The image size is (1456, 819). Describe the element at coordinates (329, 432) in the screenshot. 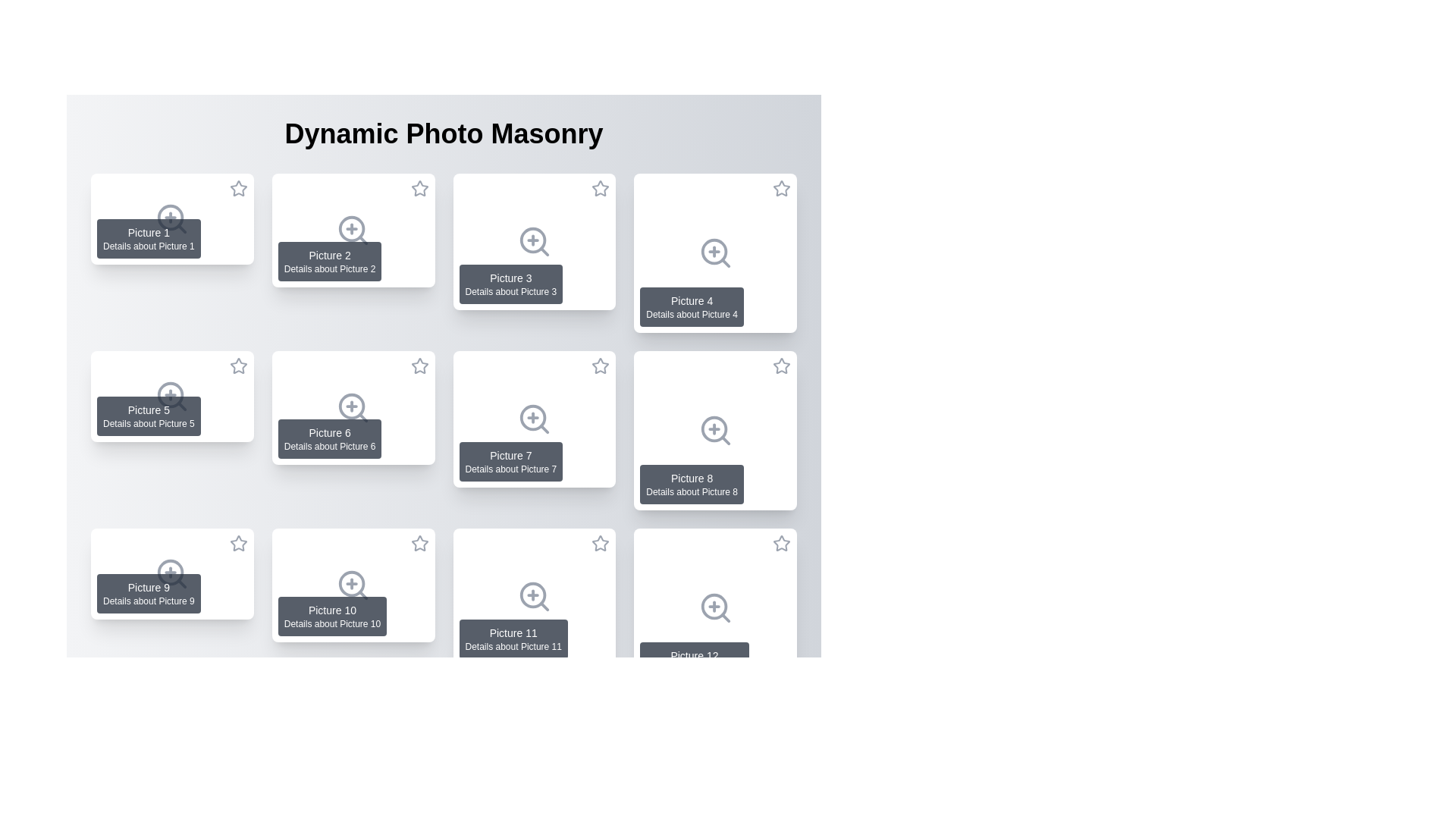

I see `text label that identifies the image as 'Picture 6', located in the third row and second column of the grid` at that location.